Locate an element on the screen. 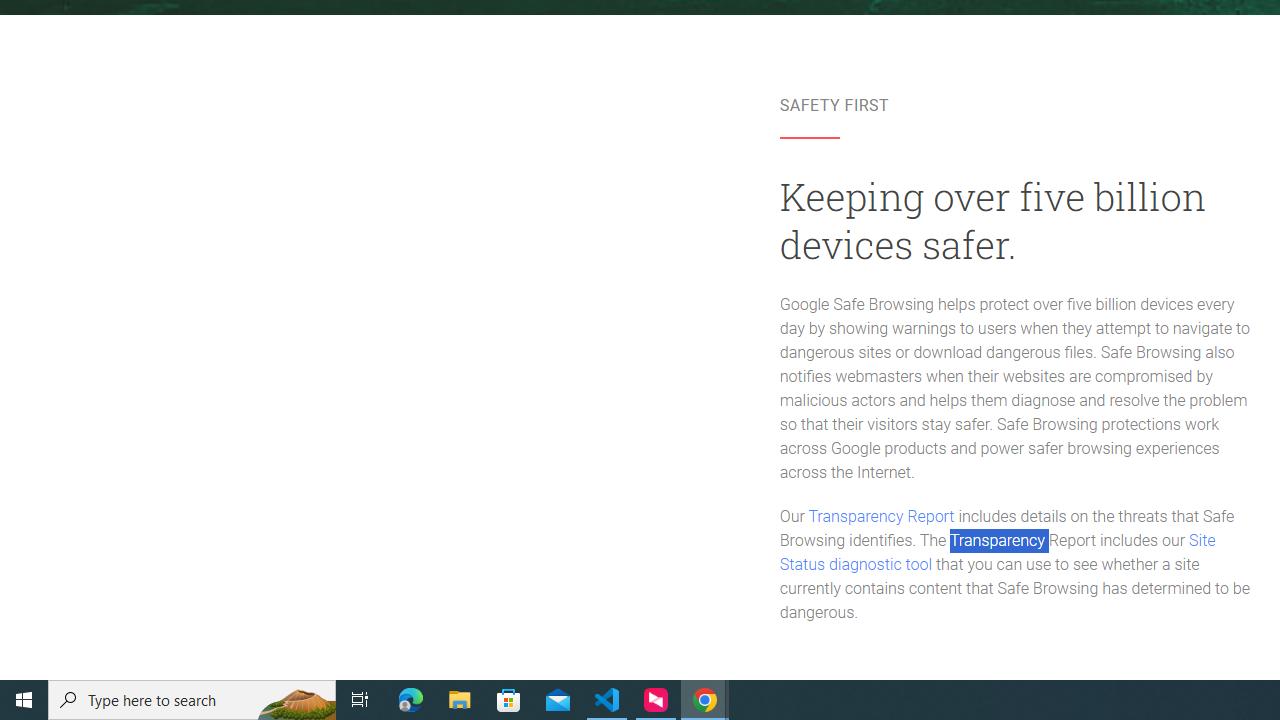  'Site Status diagnostic tool' is located at coordinates (997, 553).